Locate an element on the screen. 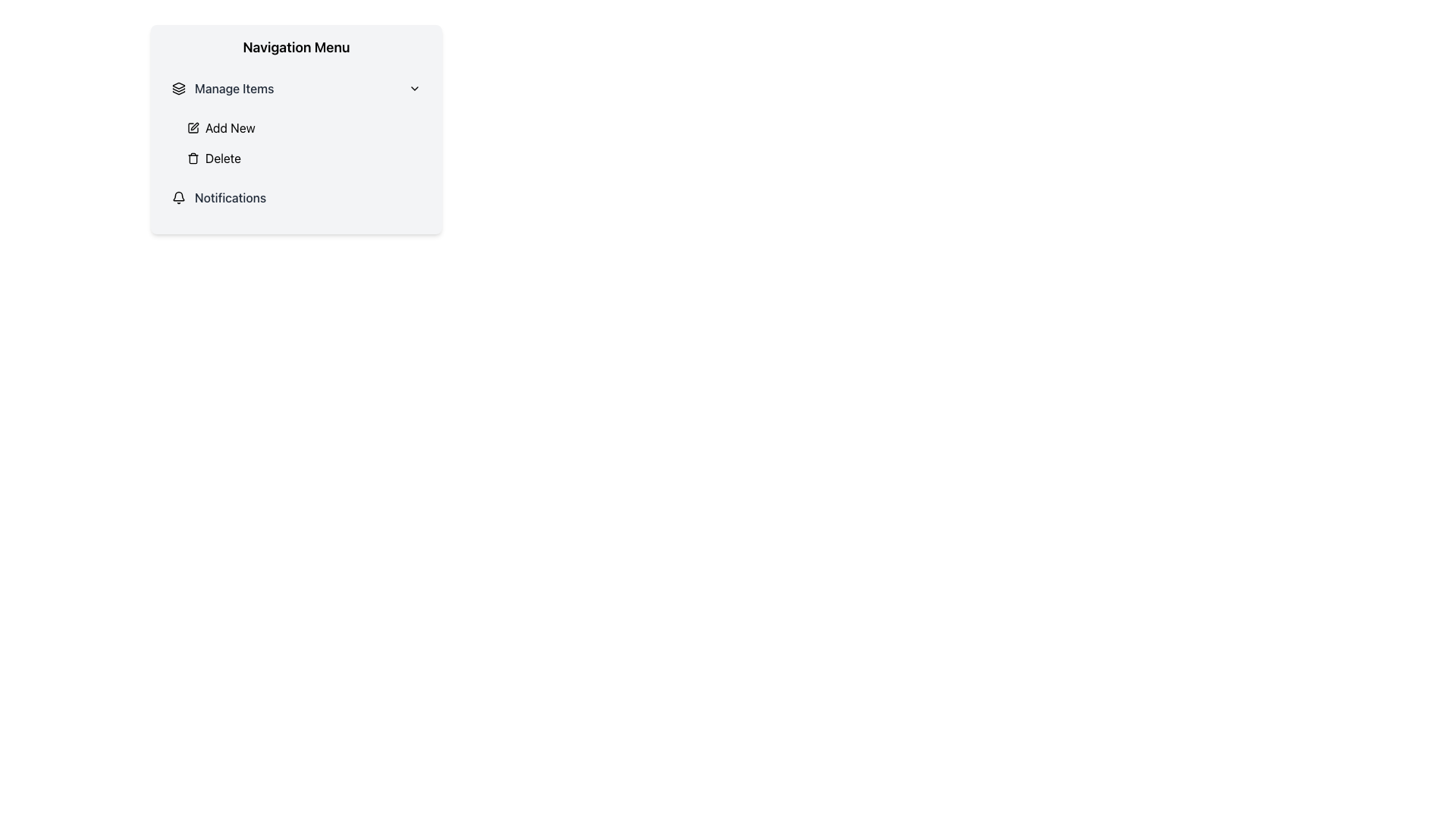 The height and width of the screenshot is (819, 1456). the black outlined bell-shaped icon representing notifications, located under the 'Notifications' label in the navigation menu is located at coordinates (178, 196).